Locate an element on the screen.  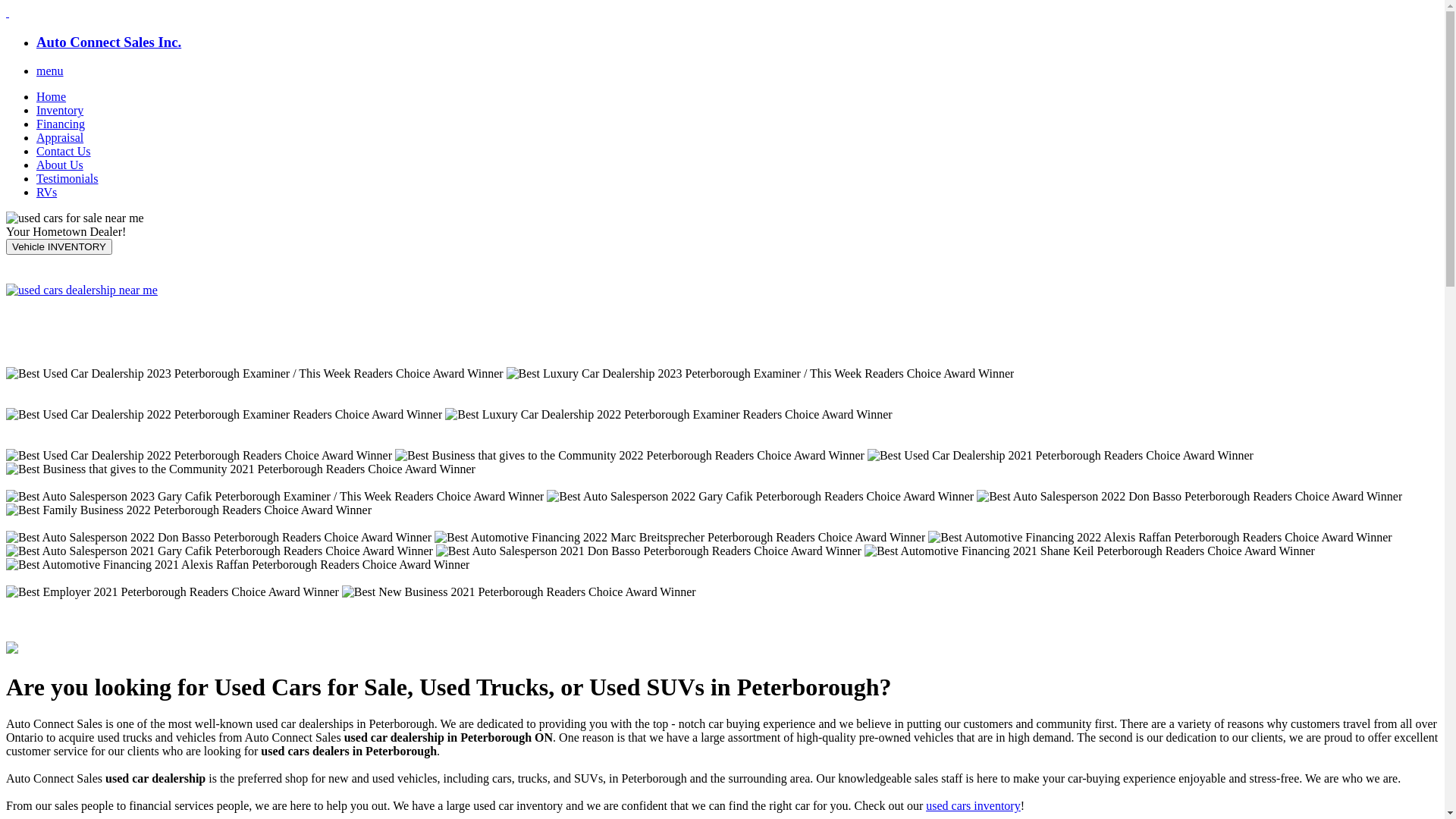
'Contact Us' is located at coordinates (62, 151).